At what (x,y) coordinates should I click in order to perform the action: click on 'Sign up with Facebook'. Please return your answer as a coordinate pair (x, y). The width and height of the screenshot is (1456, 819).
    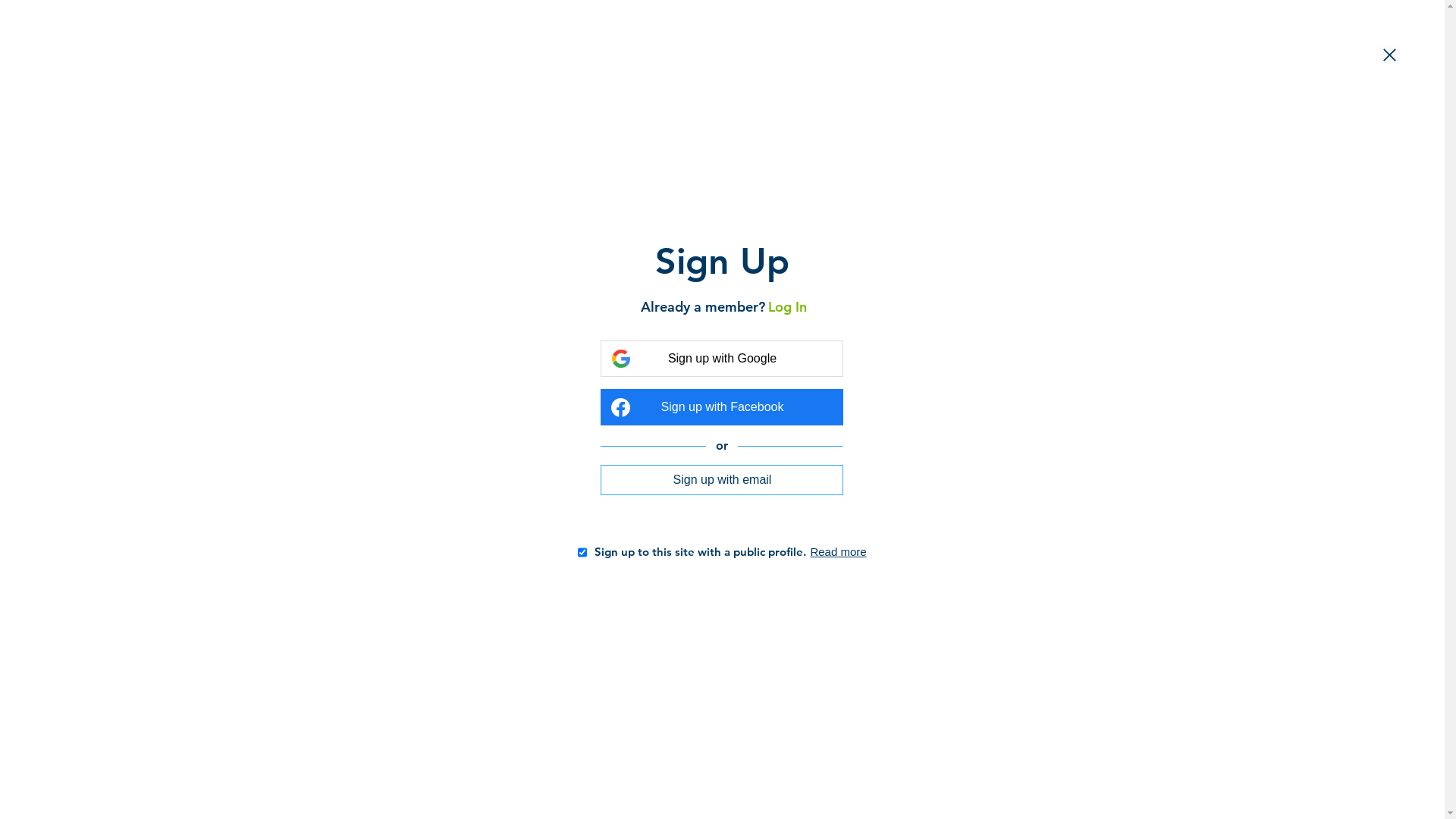
    Looking at the image, I should click on (720, 406).